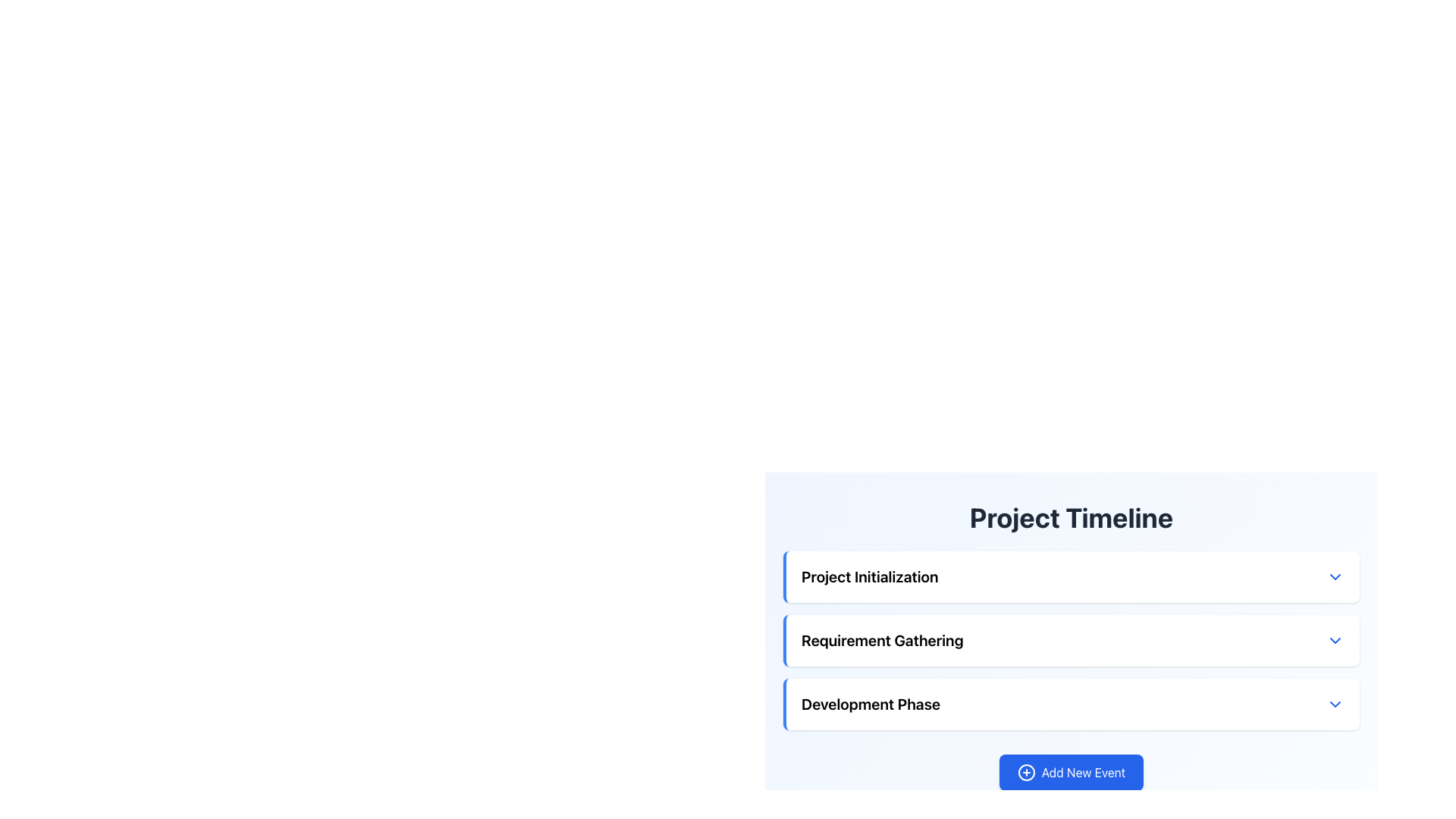  I want to click on the text label that reads 'Requirement Gathering', which is styled in bold and positioned between 'Project Initialization' and 'Development Phase' in the 'Project Timeline' interface, so click(882, 640).